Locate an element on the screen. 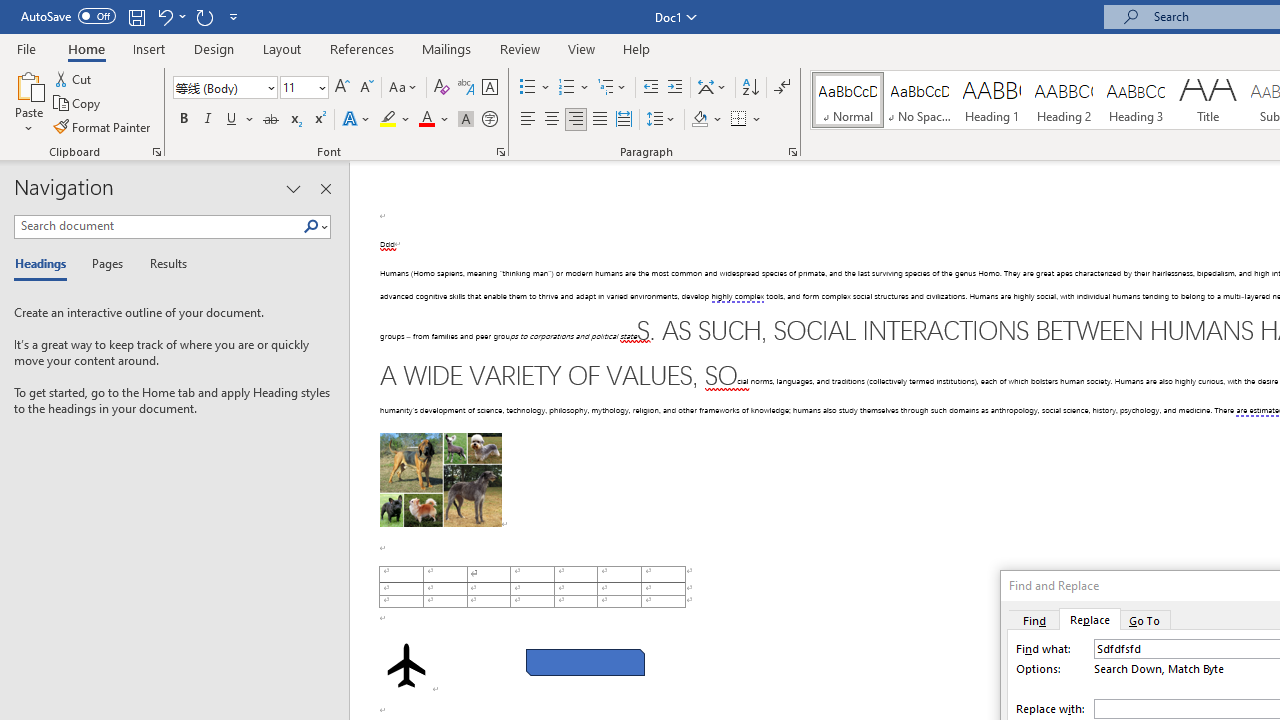 This screenshot has width=1280, height=720. 'Text Highlight Color' is located at coordinates (395, 119).